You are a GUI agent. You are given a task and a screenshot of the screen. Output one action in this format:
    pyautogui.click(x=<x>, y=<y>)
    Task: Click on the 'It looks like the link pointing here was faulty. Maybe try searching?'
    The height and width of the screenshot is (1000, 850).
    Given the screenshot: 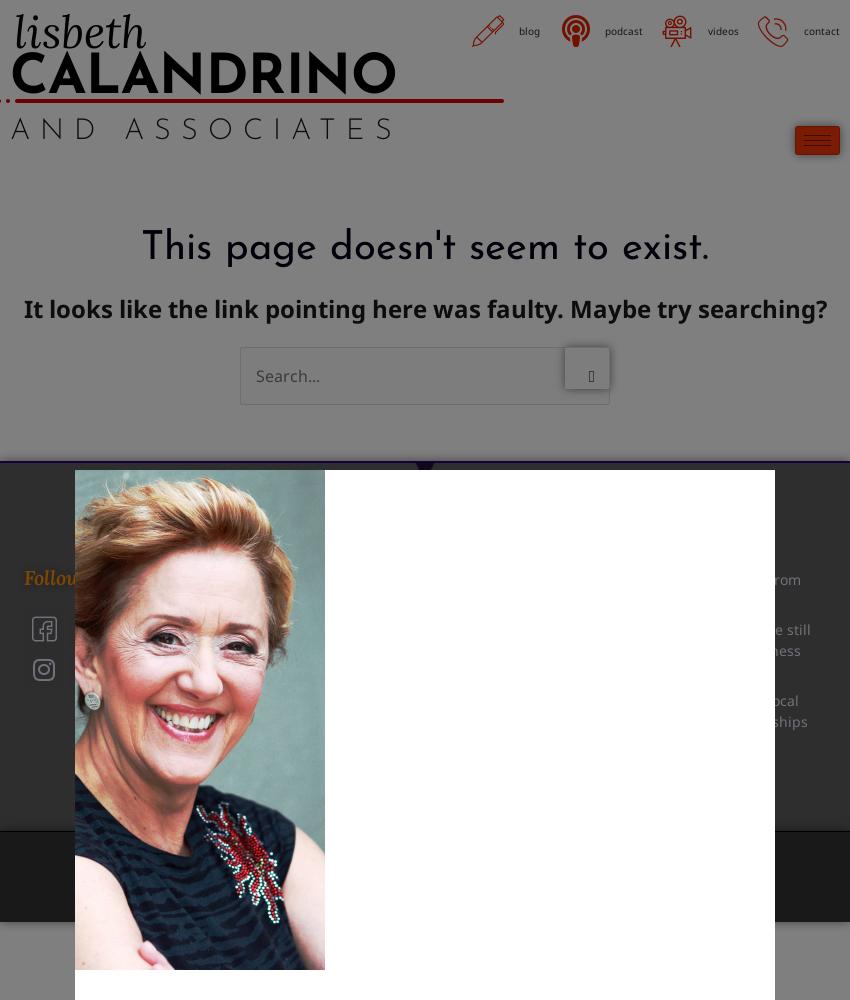 What is the action you would take?
    pyautogui.click(x=424, y=307)
    